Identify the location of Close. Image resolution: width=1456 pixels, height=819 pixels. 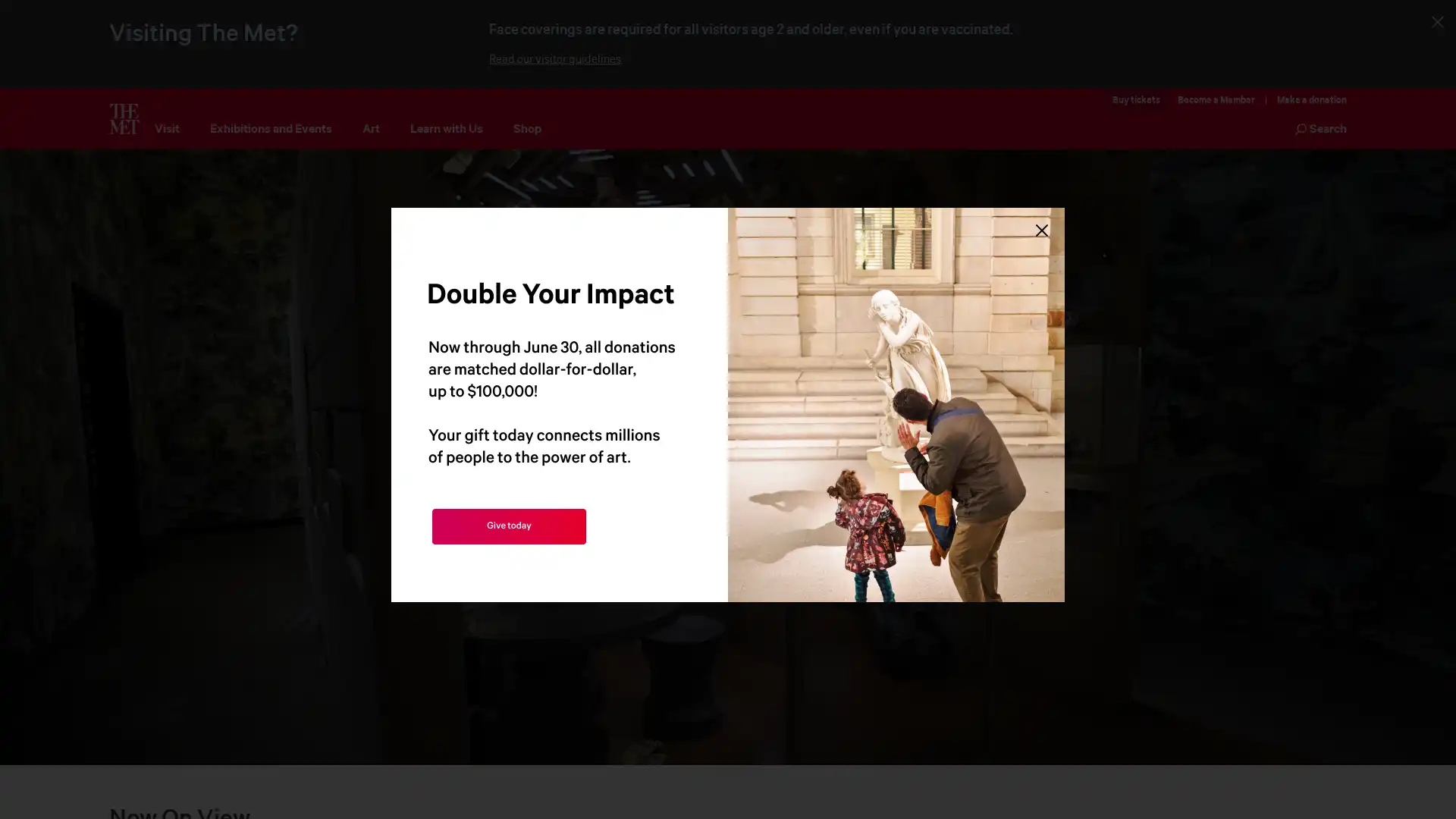
(1437, 17).